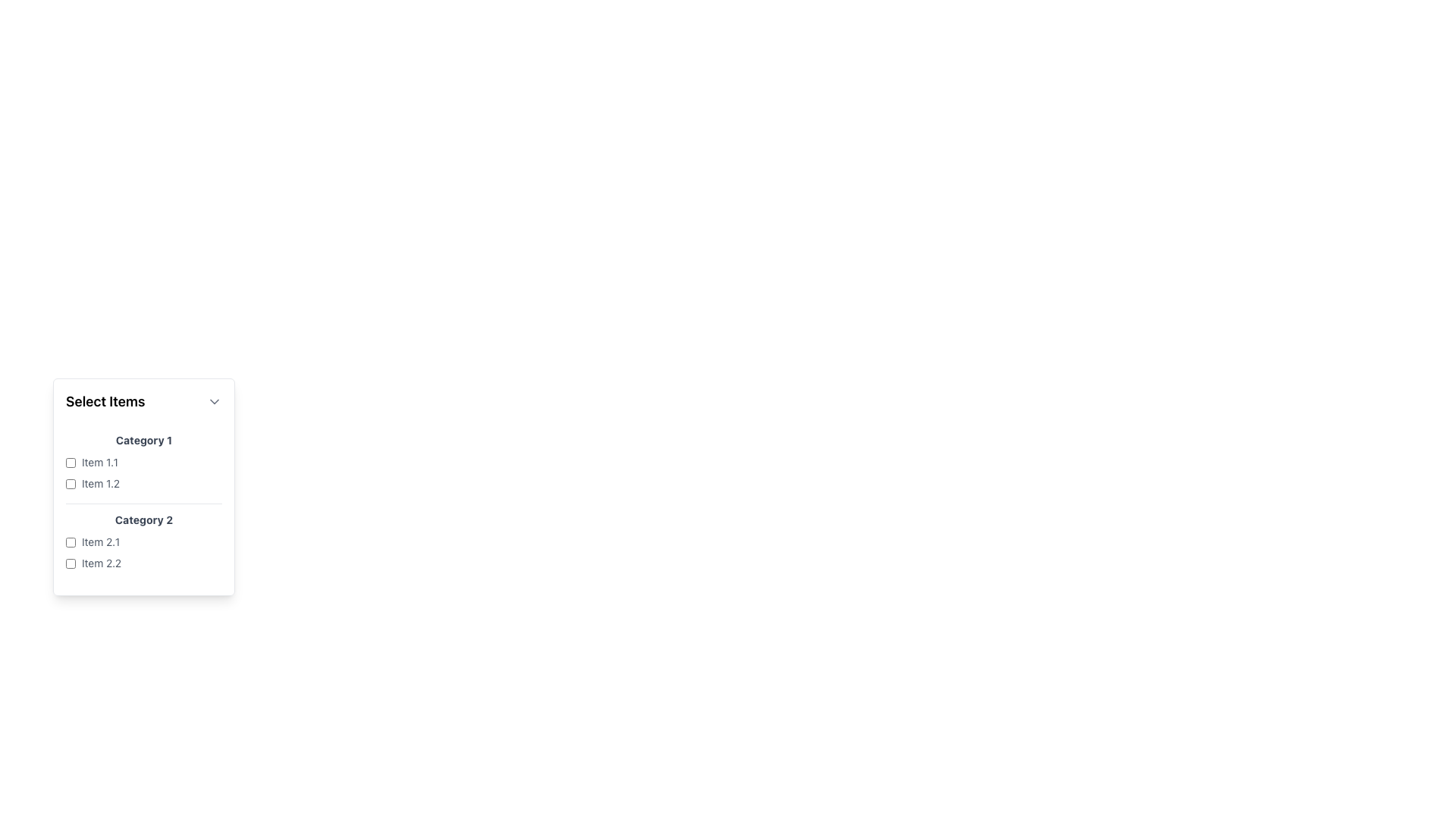 The width and height of the screenshot is (1456, 819). I want to click on the empty checkbox for 'Item 2.1' under 'Category 2', so click(70, 541).